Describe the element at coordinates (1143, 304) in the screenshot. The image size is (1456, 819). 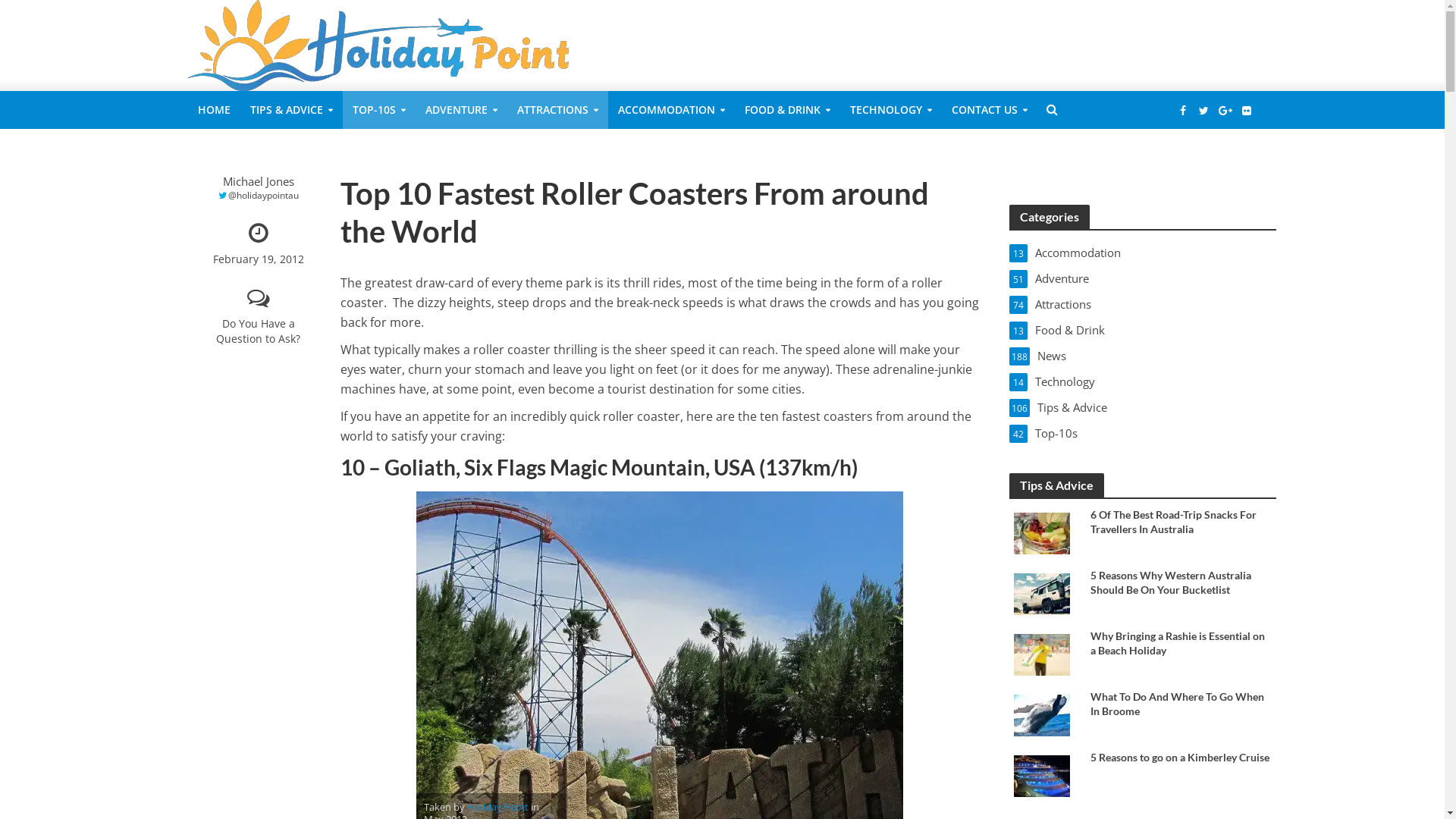
I see `'Attractions` at that location.